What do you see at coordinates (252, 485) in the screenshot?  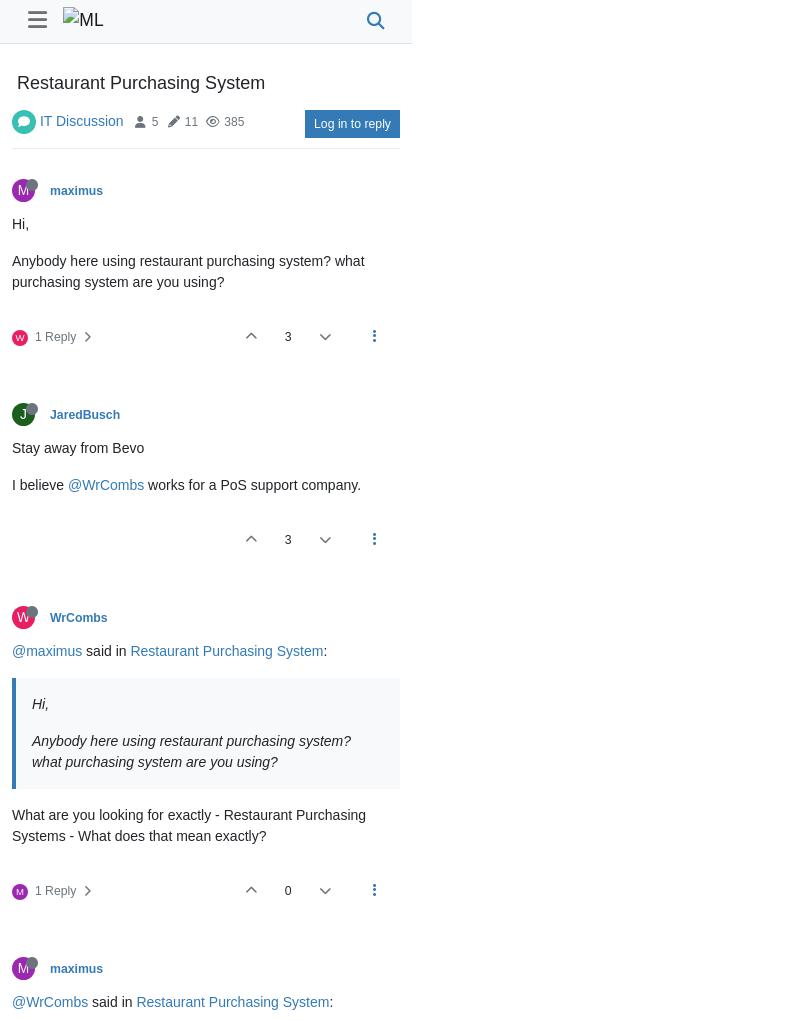 I see `'works for a PoS support company.'` at bounding box center [252, 485].